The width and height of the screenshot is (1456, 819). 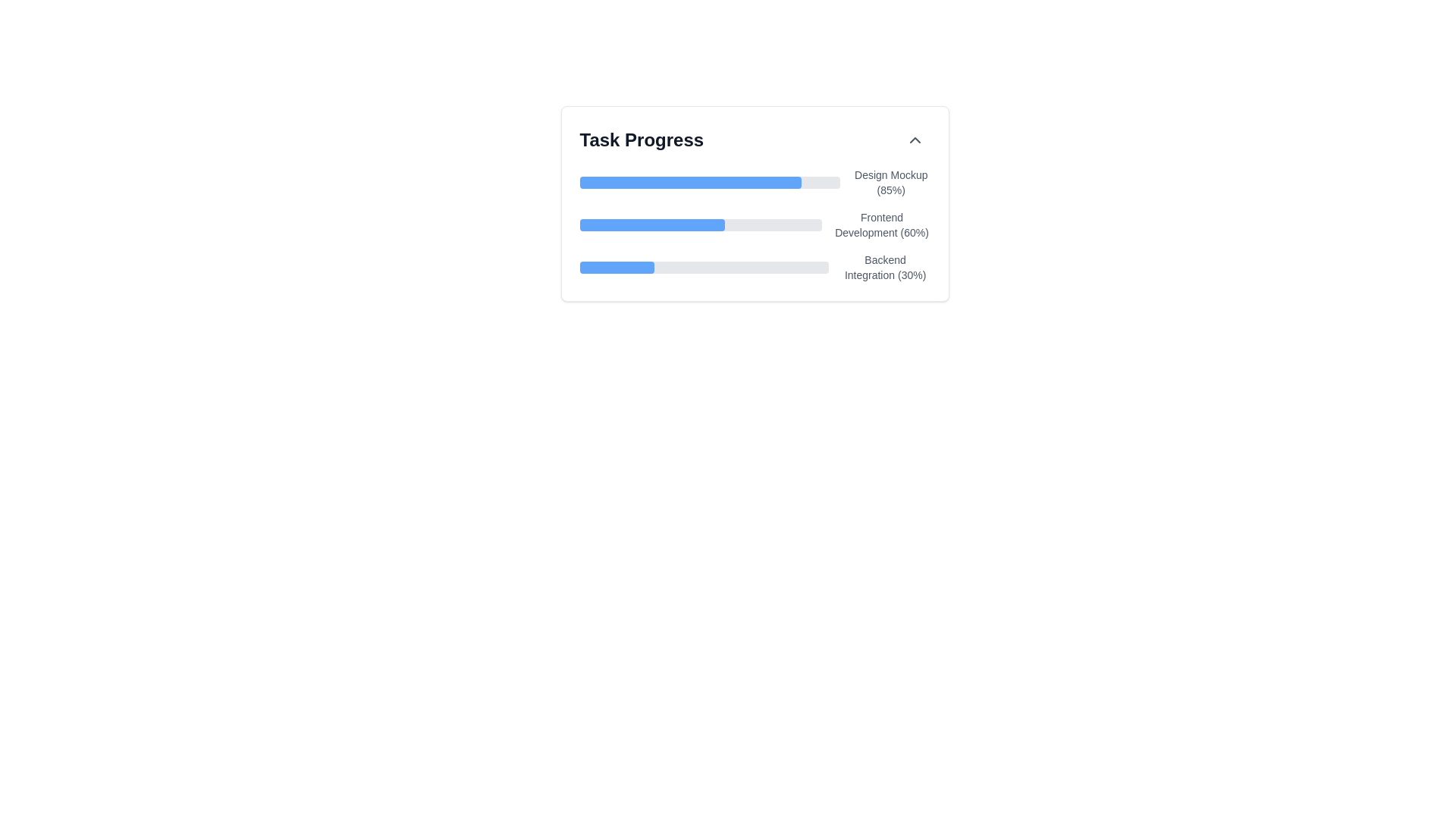 What do you see at coordinates (914, 140) in the screenshot?
I see `the small, triangular upward arrow button located in the 'Task Progress' header to change its color` at bounding box center [914, 140].